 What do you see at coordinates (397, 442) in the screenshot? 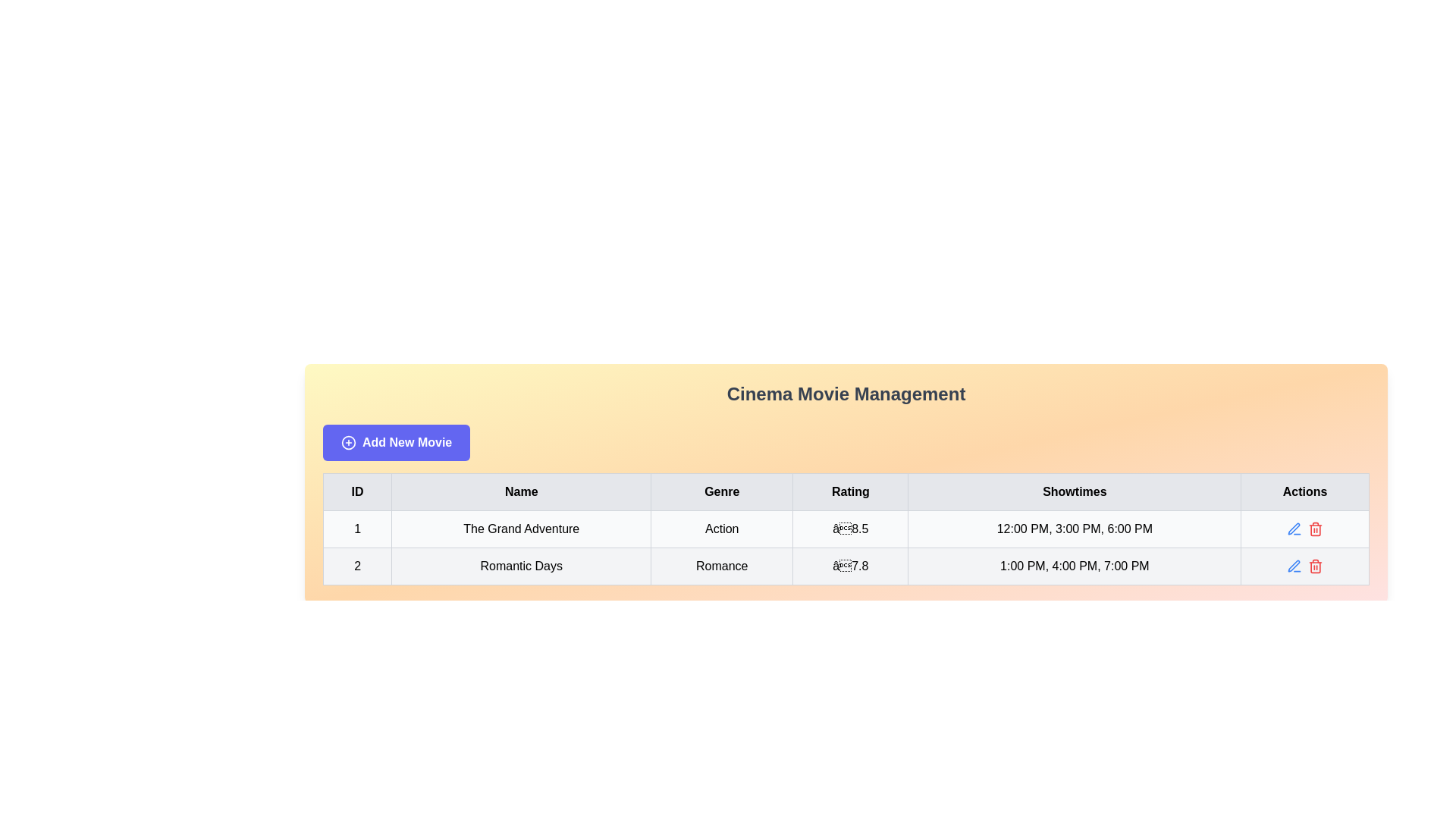
I see `the button labeled for adding a new movie entry located in the upper left section of the 'Cinema Movie Management' block, positioned below the title text` at bounding box center [397, 442].